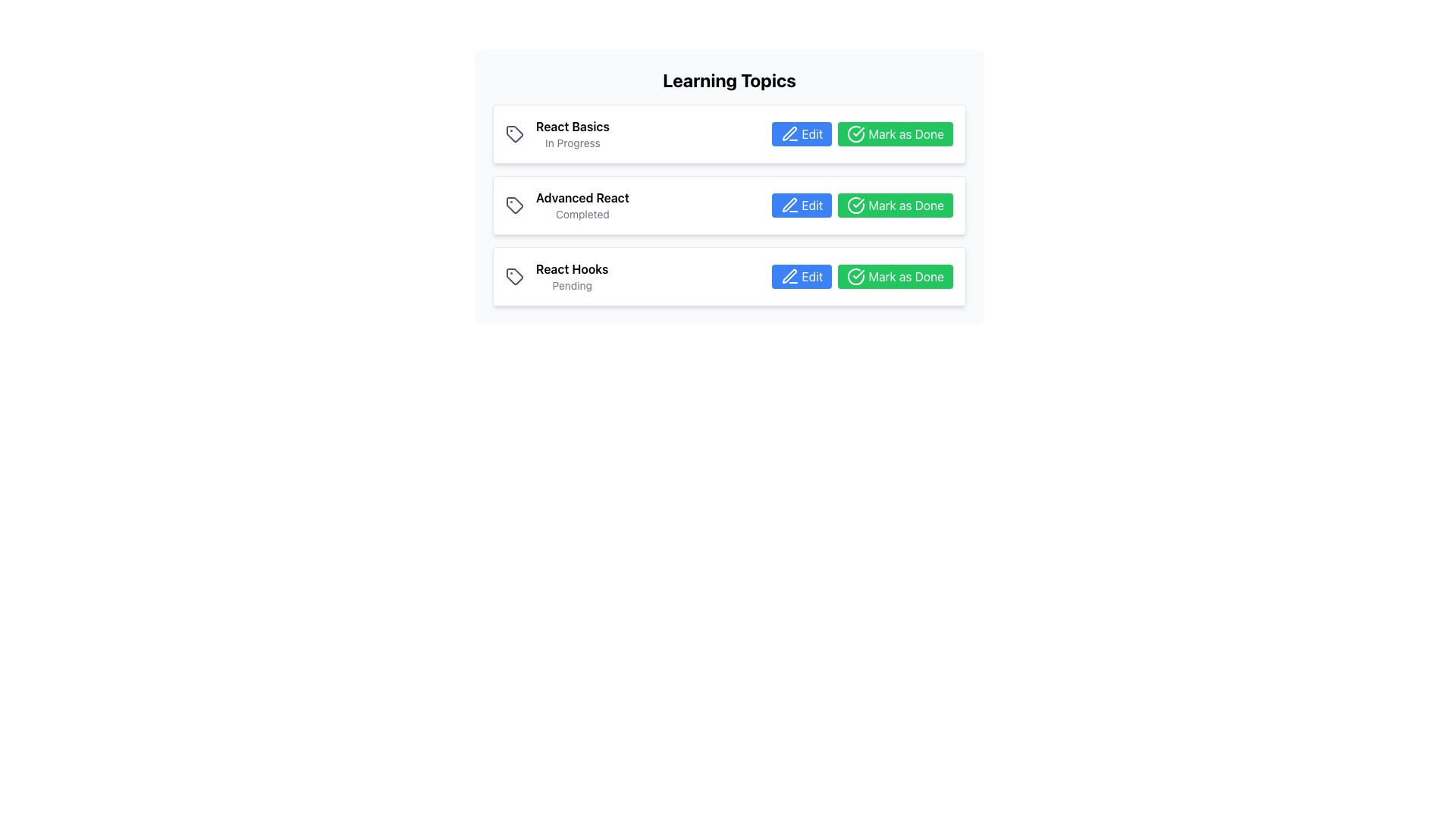 This screenshot has height=819, width=1456. Describe the element at coordinates (896, 133) in the screenshot. I see `the 'Complete' button located to the right of the 'Edit' button` at that location.